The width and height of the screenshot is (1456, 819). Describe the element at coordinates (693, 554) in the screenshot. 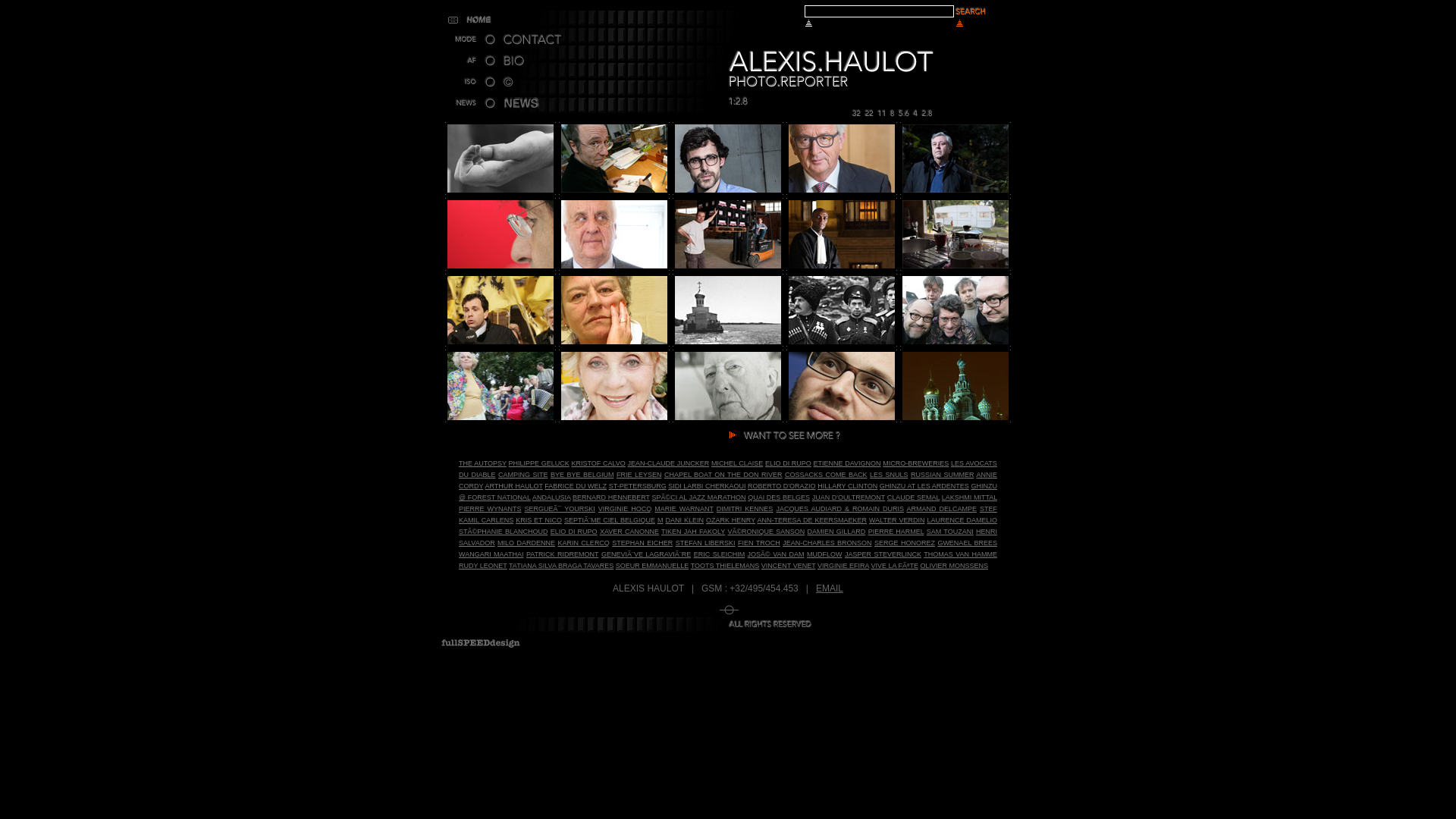

I see `'ERIC SLEICHIM'` at that location.